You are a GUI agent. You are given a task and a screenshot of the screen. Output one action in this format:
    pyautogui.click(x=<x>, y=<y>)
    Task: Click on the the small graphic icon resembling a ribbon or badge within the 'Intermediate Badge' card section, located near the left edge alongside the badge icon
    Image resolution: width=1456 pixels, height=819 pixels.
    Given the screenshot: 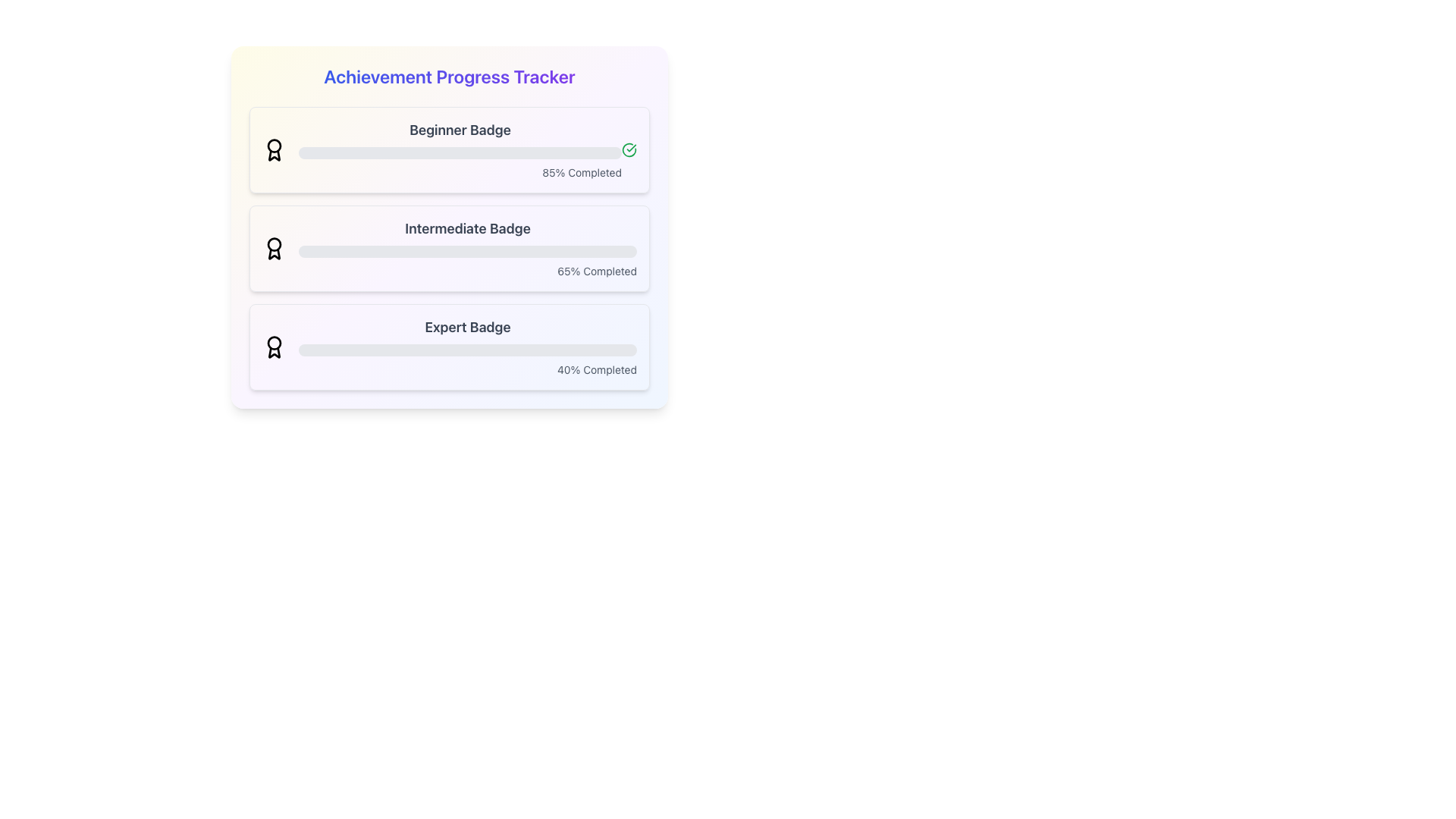 What is the action you would take?
    pyautogui.click(x=274, y=253)
    